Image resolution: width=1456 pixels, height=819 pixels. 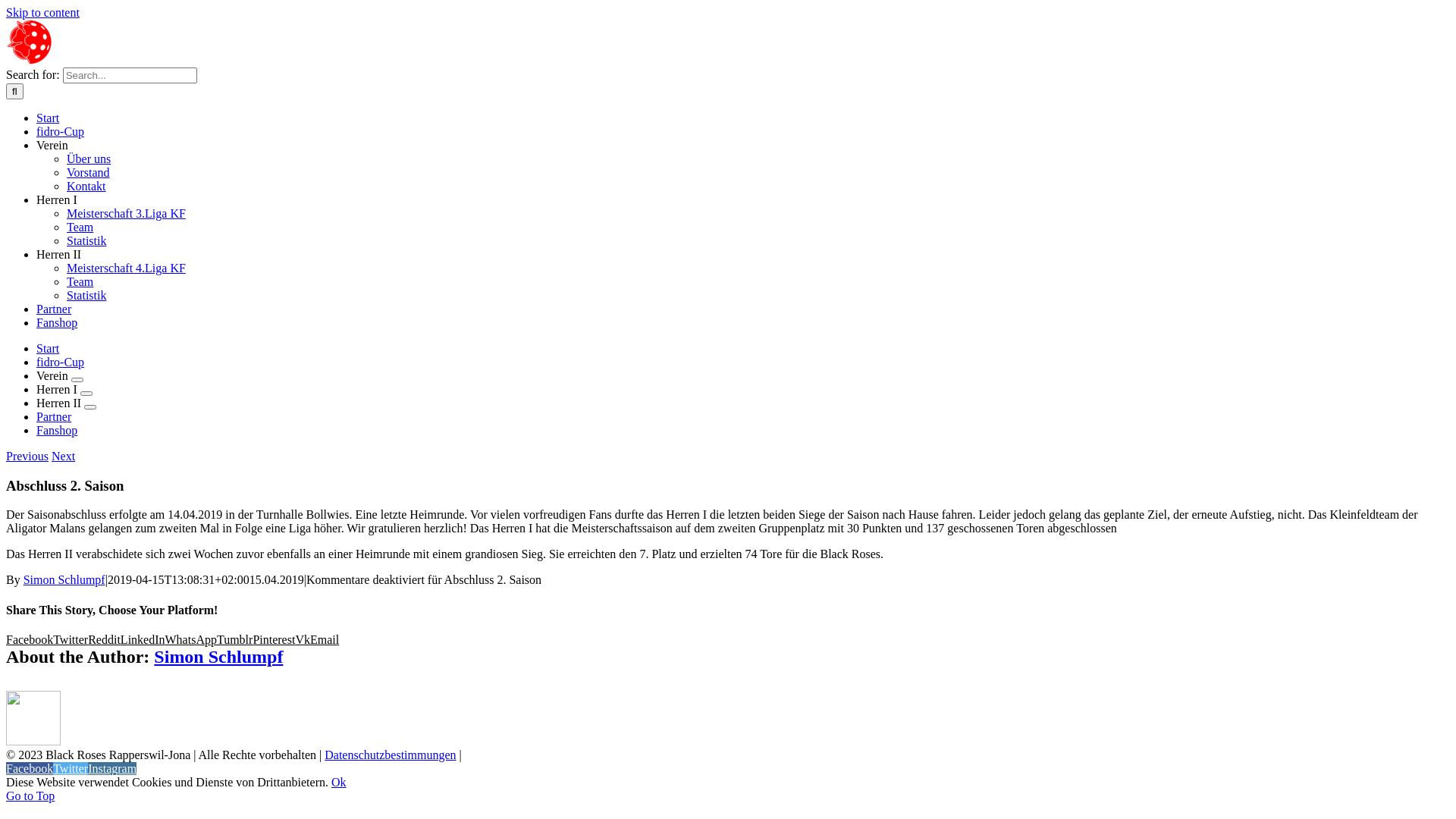 What do you see at coordinates (42, 12) in the screenshot?
I see `'Skip to content'` at bounding box center [42, 12].